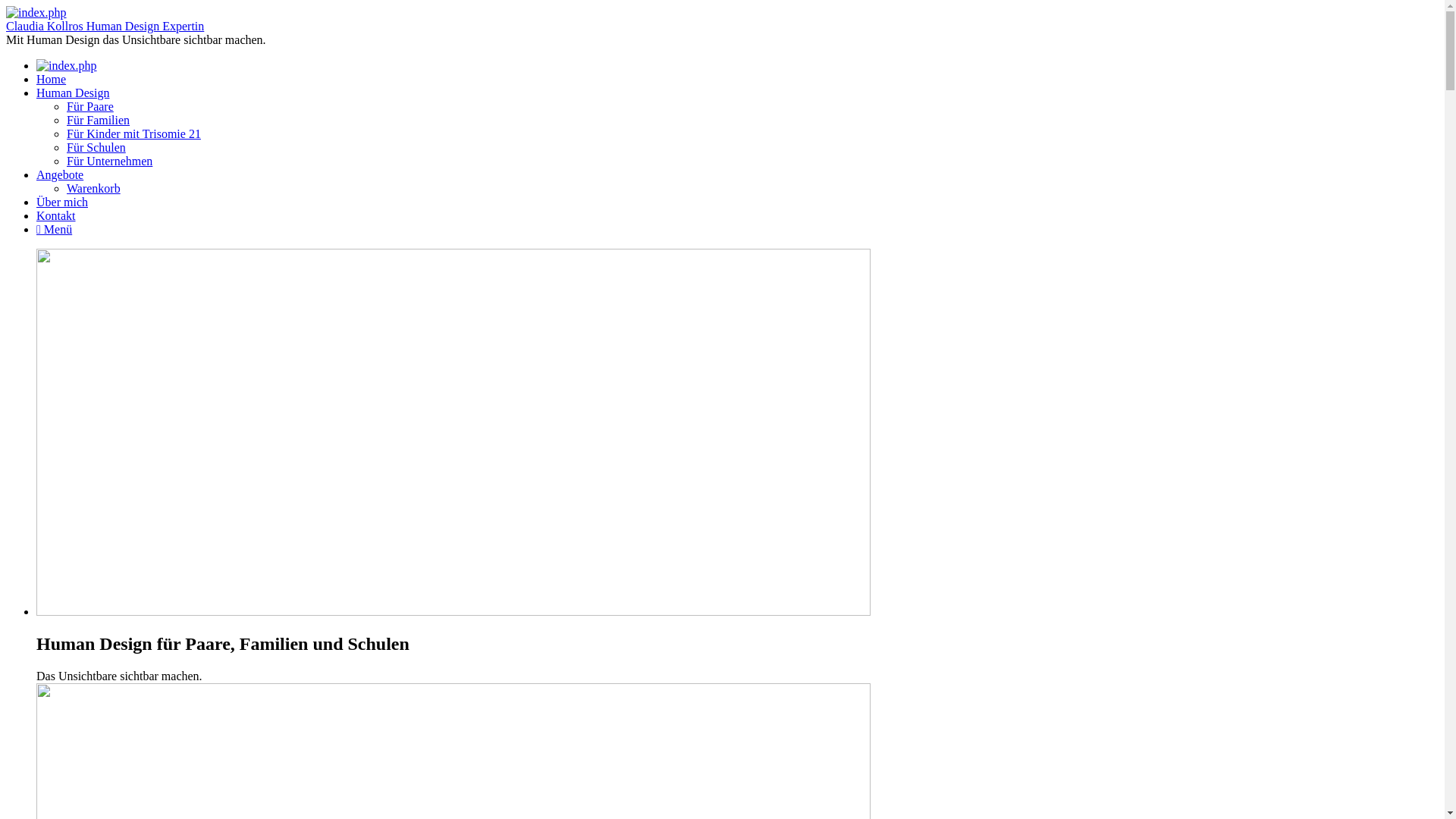  Describe the element at coordinates (65, 187) in the screenshot. I see `'Warenkorb'` at that location.